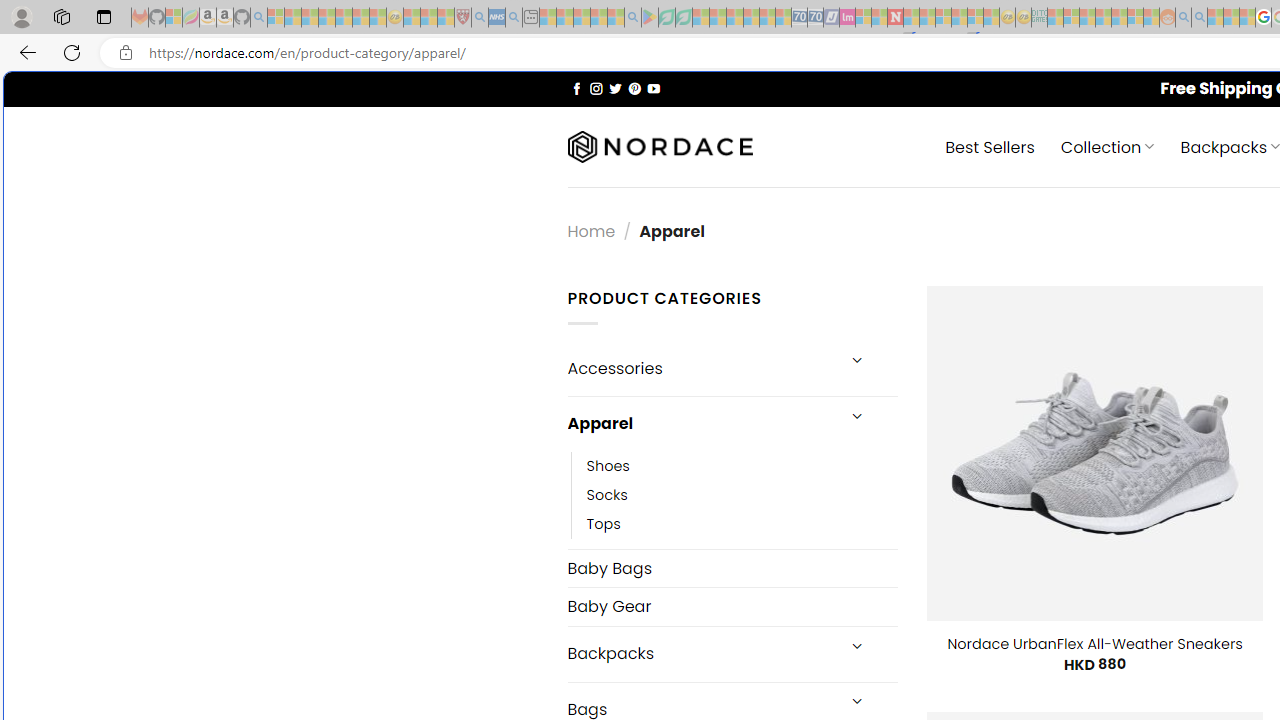  What do you see at coordinates (731, 568) in the screenshot?
I see `'Baby Bags'` at bounding box center [731, 568].